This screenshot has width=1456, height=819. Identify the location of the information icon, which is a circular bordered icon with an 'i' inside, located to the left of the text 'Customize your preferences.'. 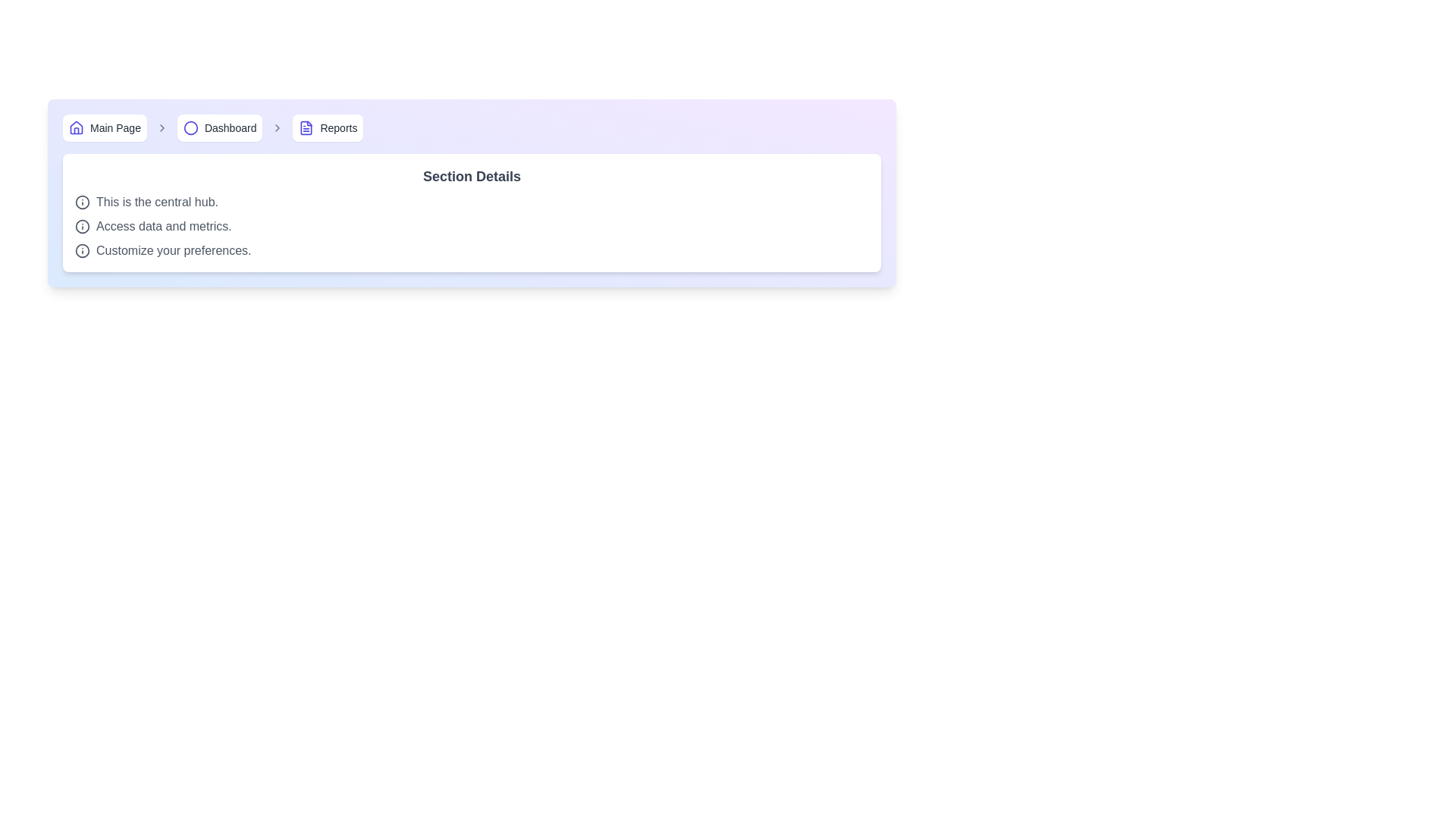
(82, 250).